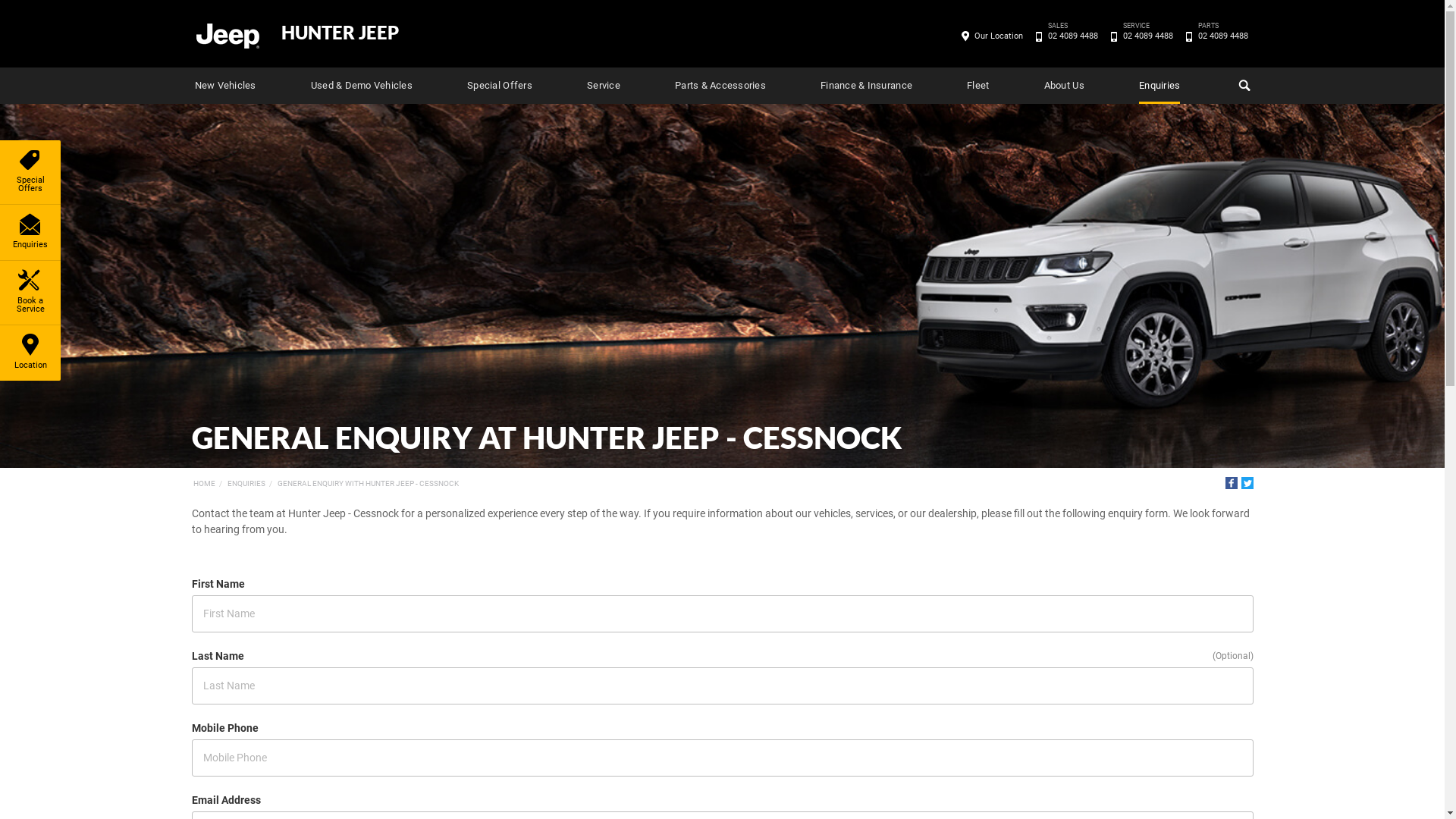 Image resolution: width=1456 pixels, height=819 pixels. I want to click on 'Location', so click(30, 353).